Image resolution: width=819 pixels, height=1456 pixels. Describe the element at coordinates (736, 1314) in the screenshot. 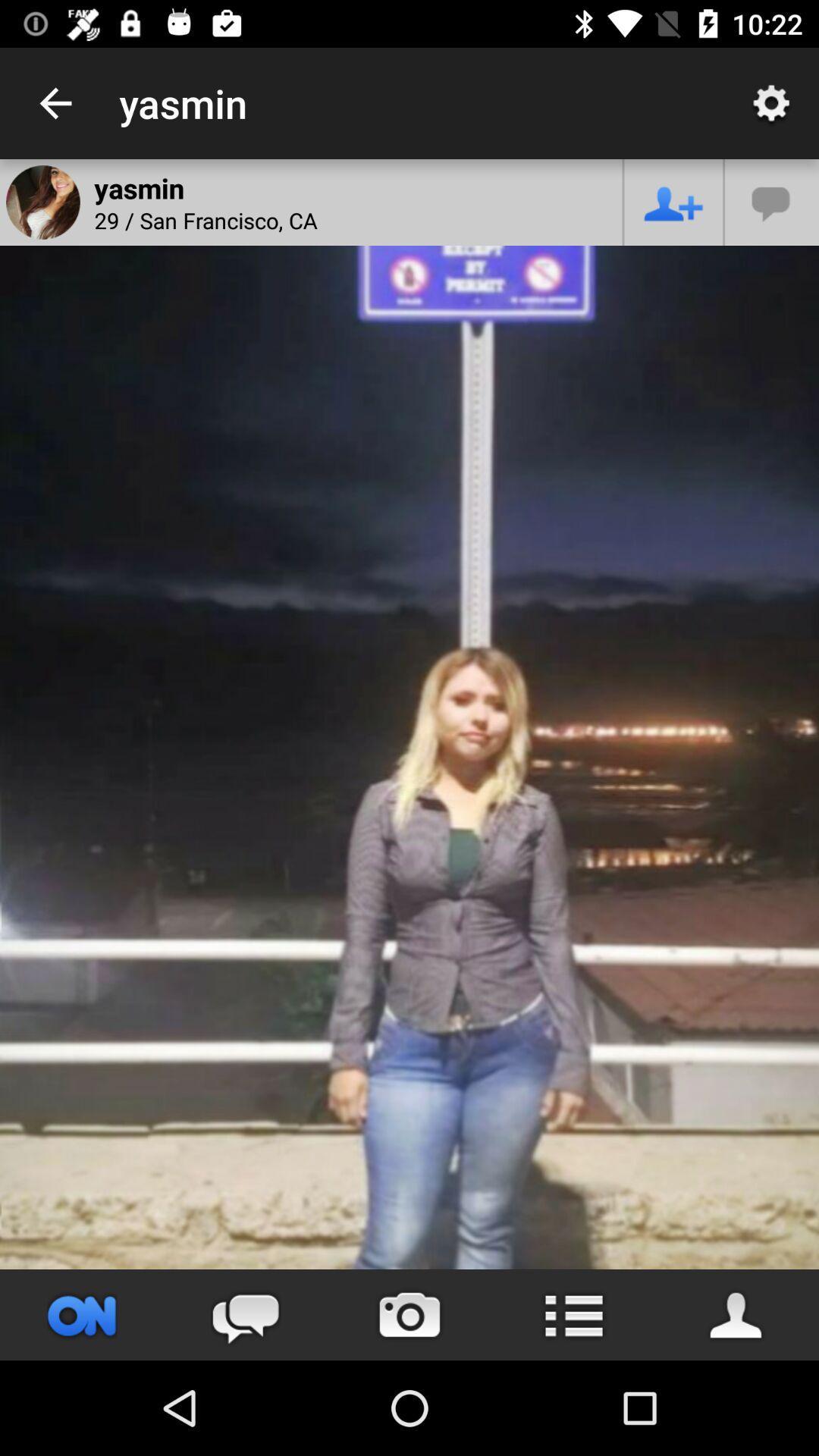

I see `the avatar icon` at that location.